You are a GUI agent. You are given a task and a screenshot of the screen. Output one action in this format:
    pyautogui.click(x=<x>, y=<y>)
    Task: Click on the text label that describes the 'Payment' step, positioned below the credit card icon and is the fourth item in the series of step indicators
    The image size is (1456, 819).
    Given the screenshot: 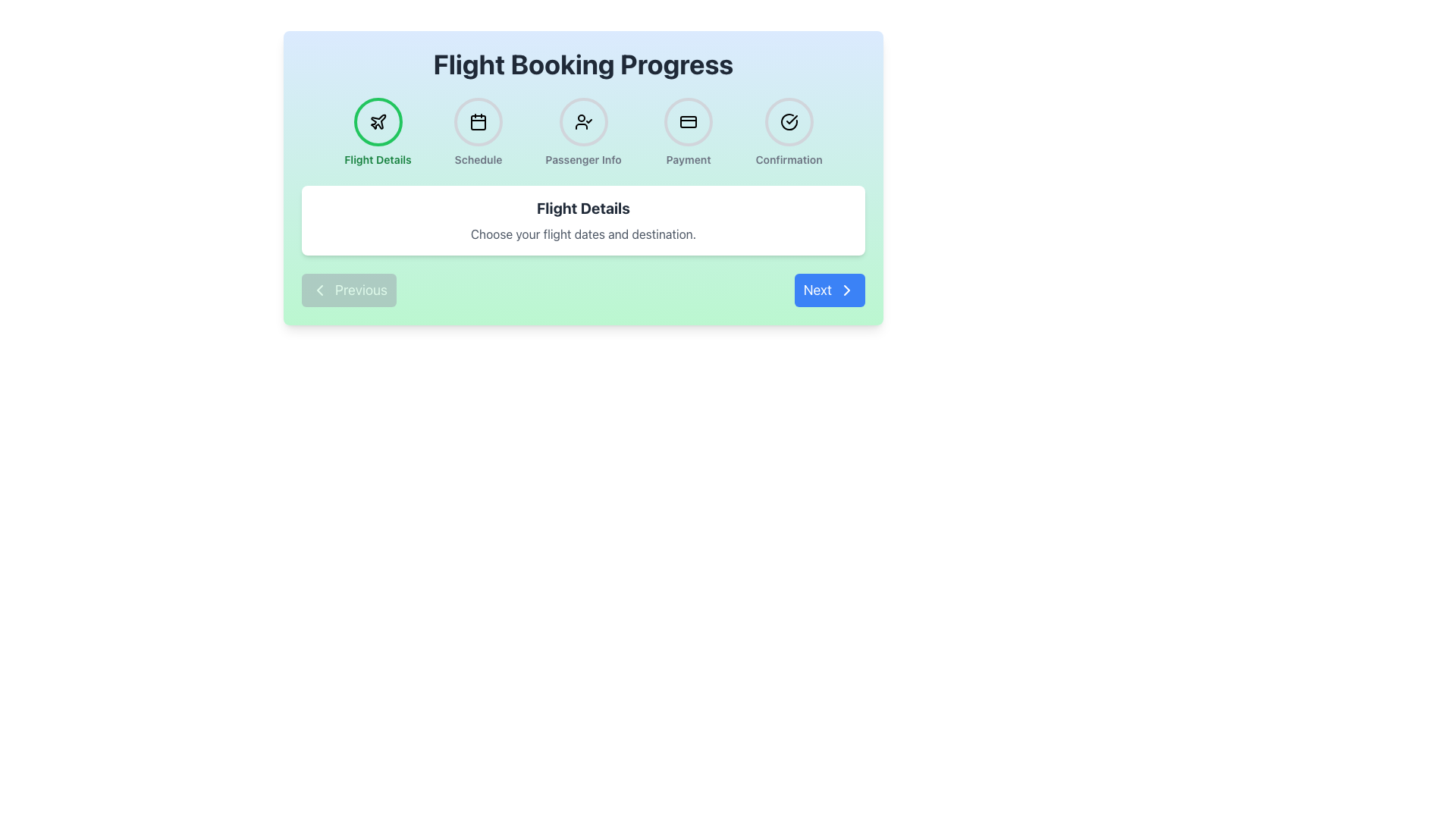 What is the action you would take?
    pyautogui.click(x=688, y=160)
    